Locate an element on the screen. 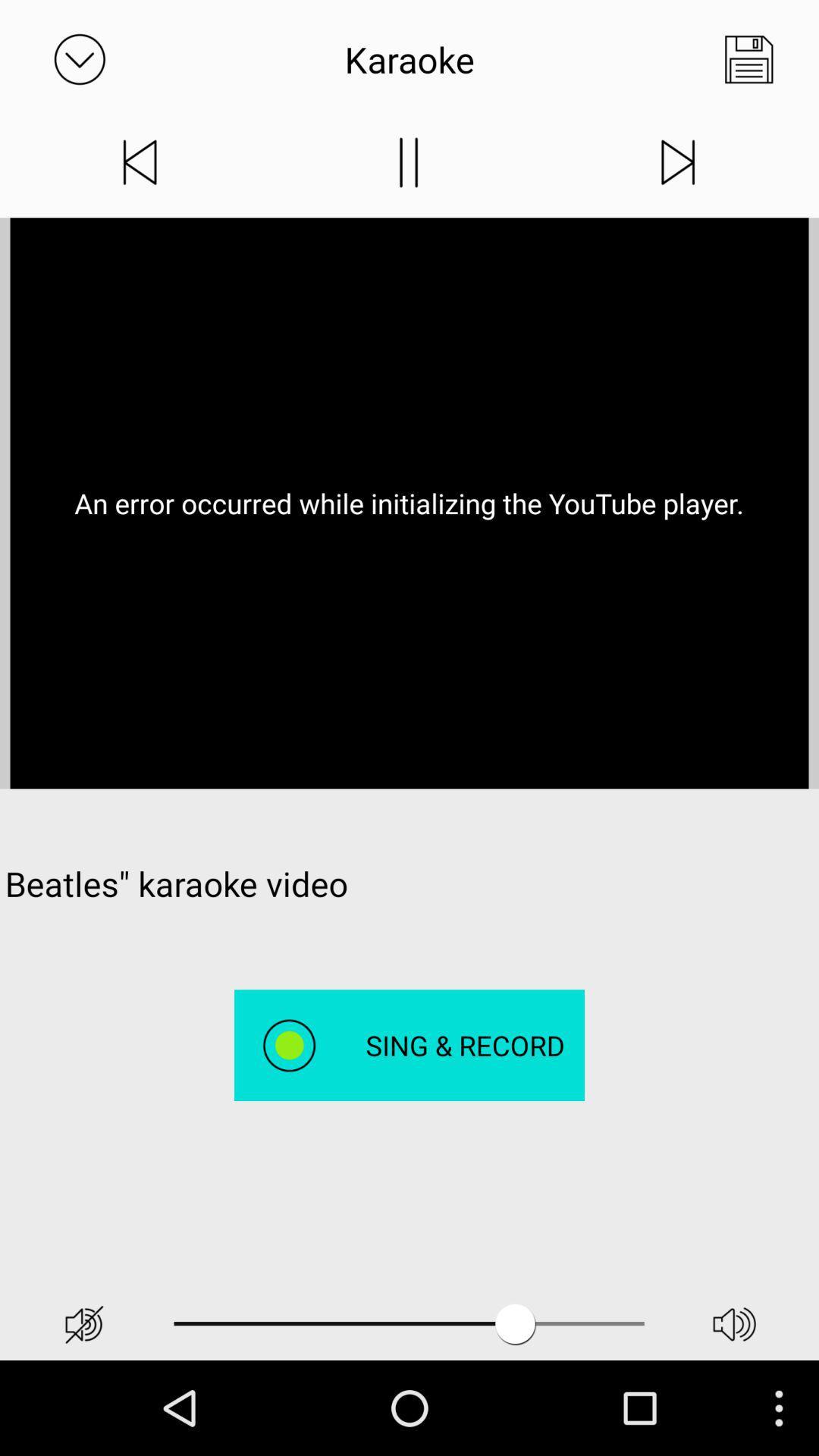  the expand_more icon is located at coordinates (79, 63).